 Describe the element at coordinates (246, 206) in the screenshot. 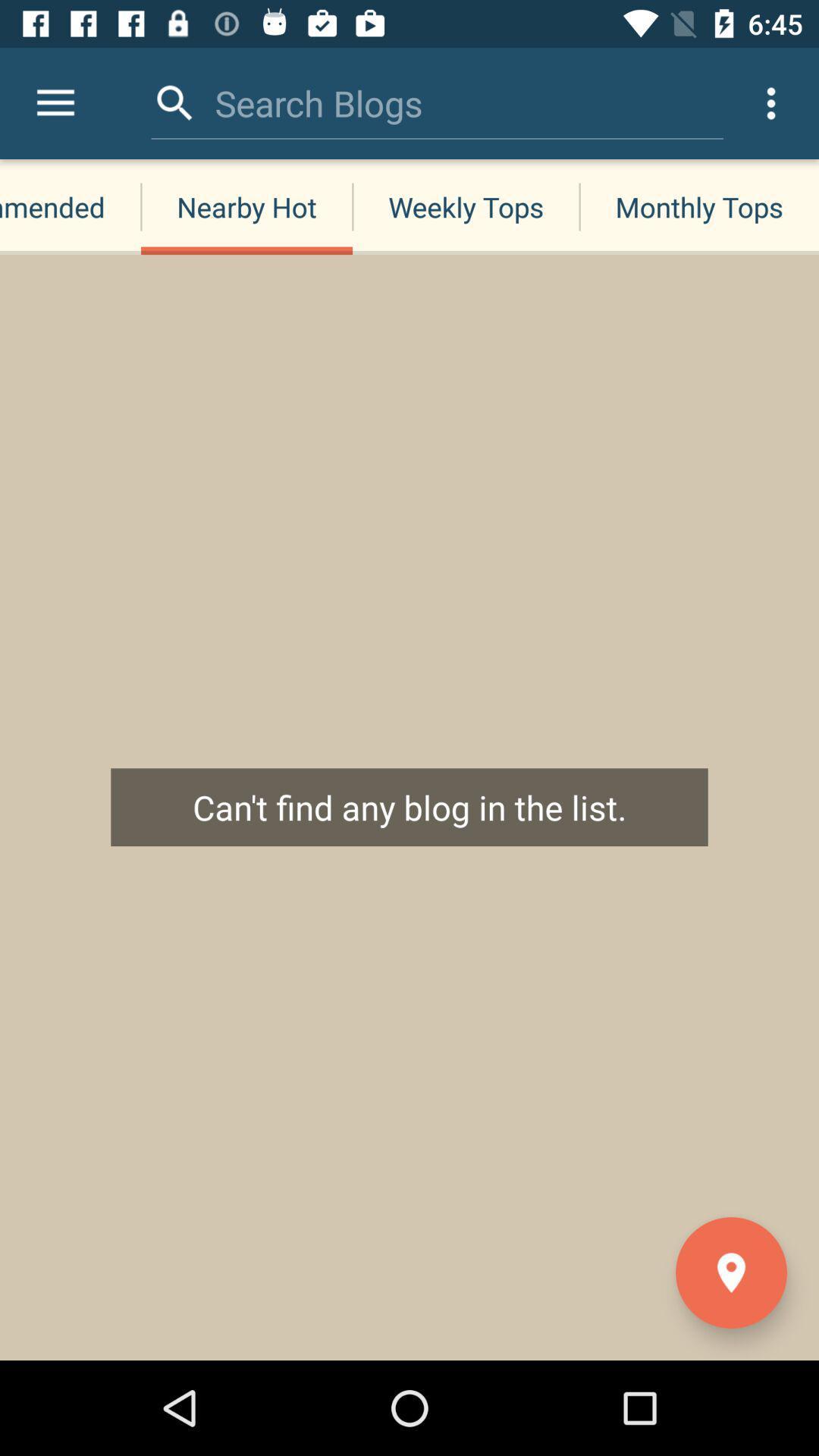

I see `icon next to the recommended` at that location.